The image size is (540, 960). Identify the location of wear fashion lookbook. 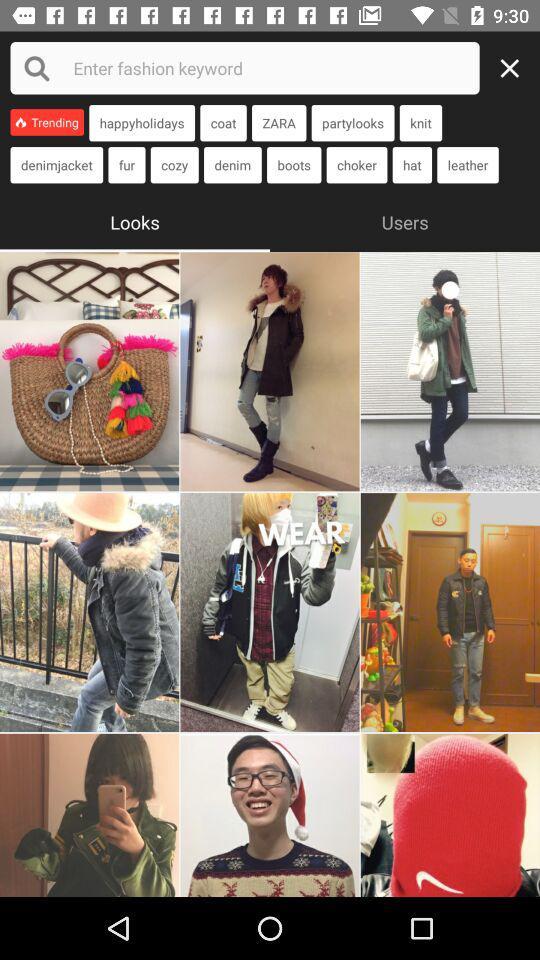
(450, 370).